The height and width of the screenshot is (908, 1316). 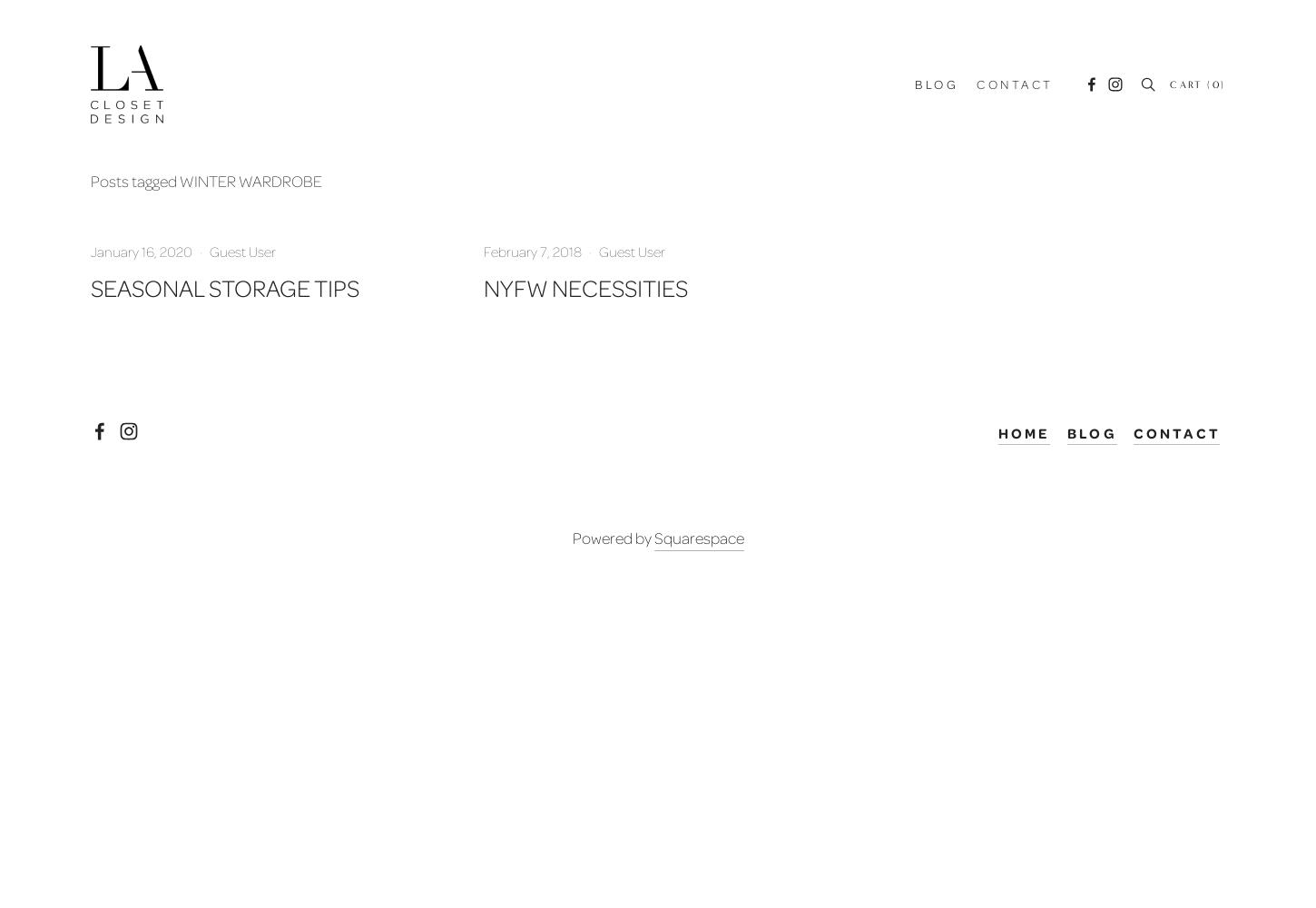 What do you see at coordinates (1214, 83) in the screenshot?
I see `'0'` at bounding box center [1214, 83].